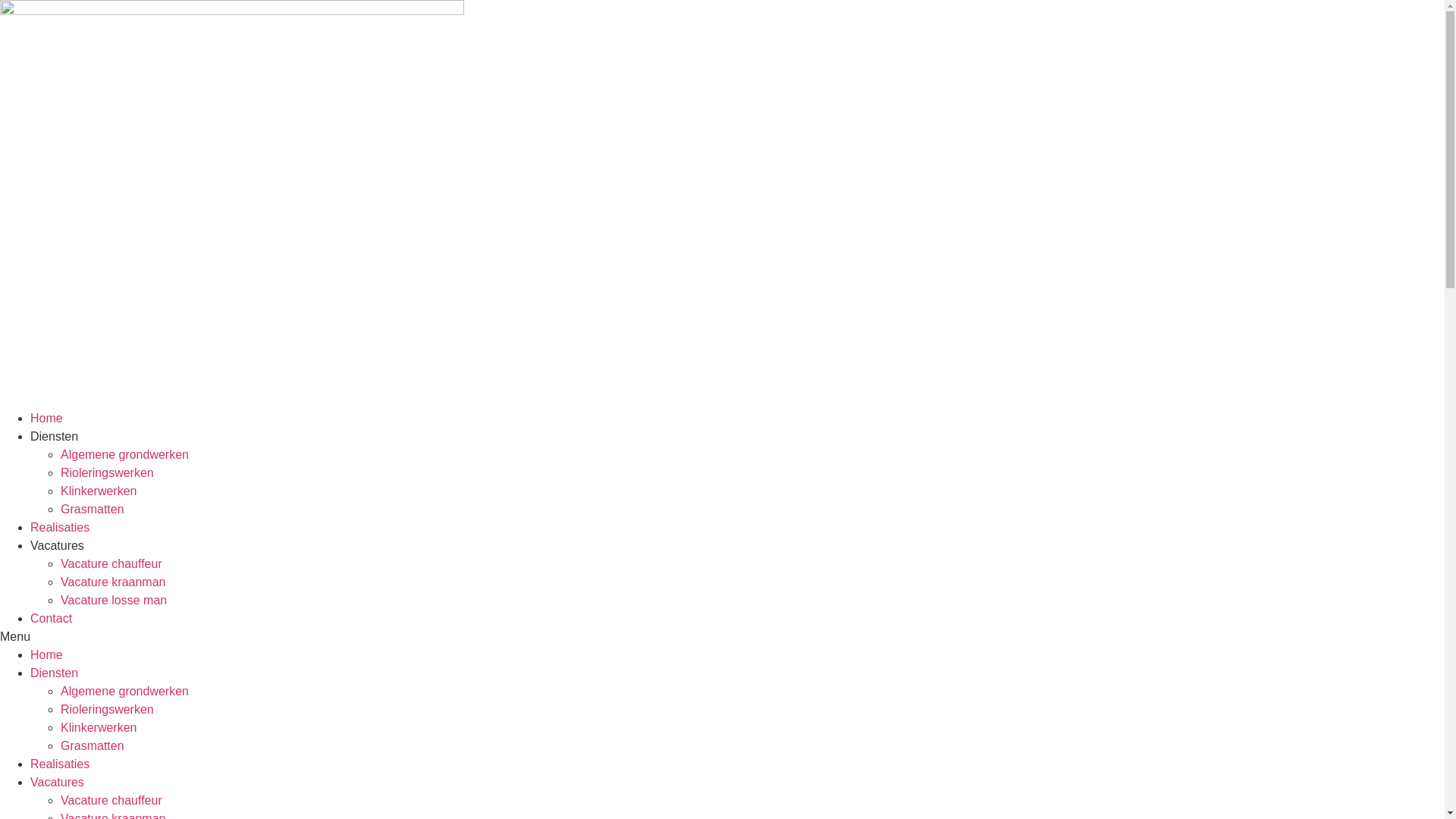  I want to click on 'Rioleringswerken', so click(106, 709).